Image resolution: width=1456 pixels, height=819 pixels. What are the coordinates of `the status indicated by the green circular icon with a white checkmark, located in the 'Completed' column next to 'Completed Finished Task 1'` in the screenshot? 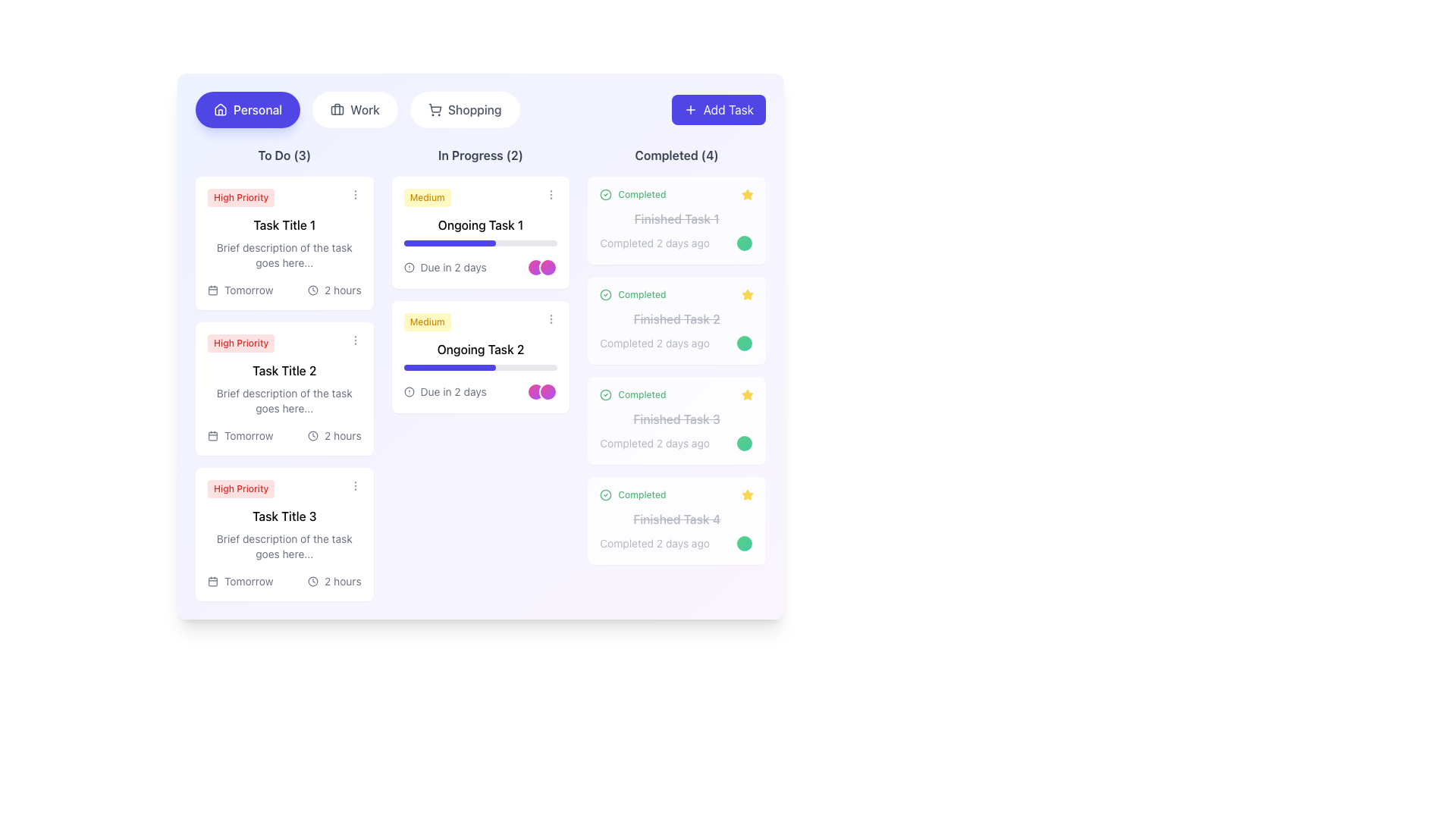 It's located at (605, 494).